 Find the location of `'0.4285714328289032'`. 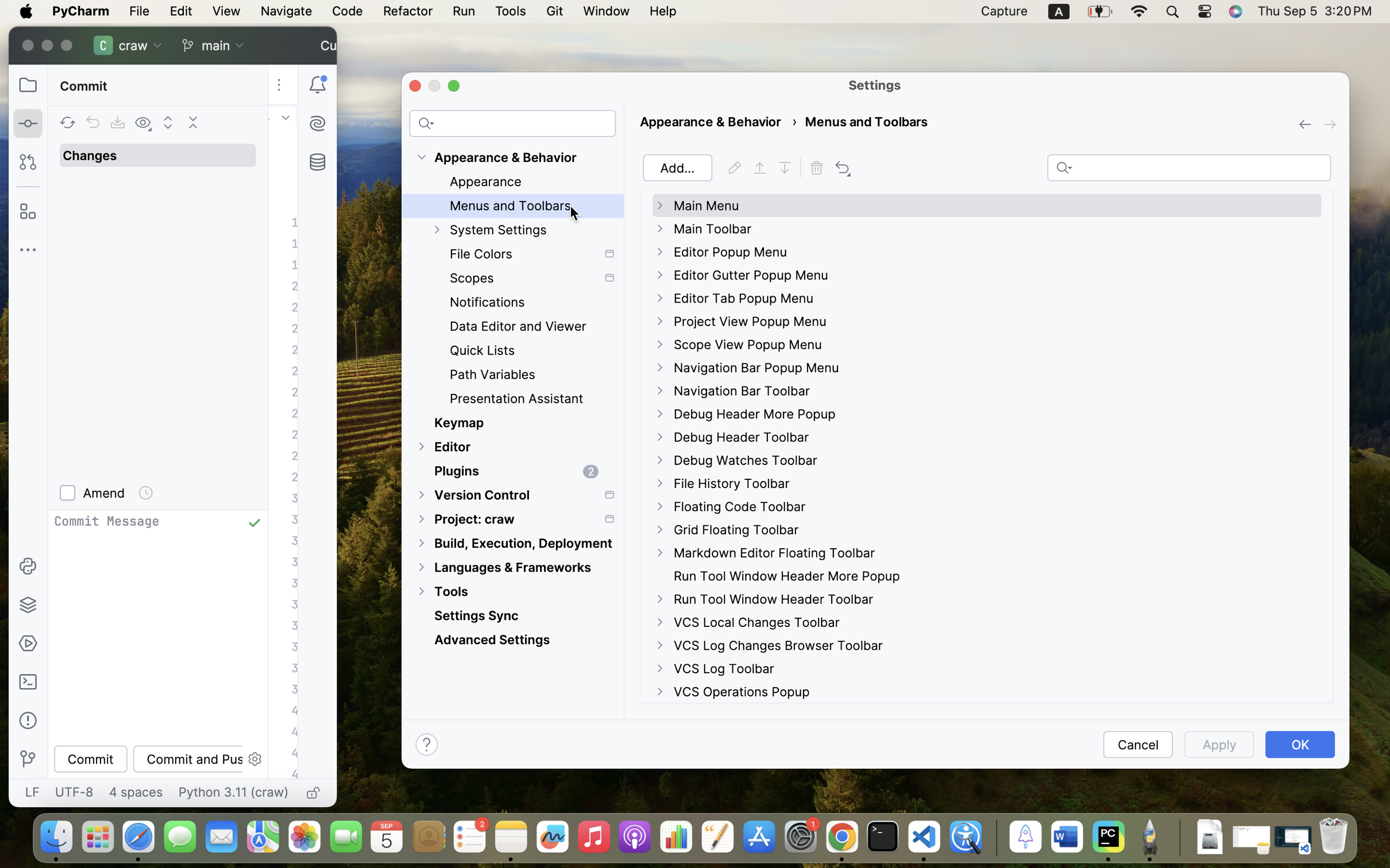

'0.4285714328289032' is located at coordinates (994, 837).